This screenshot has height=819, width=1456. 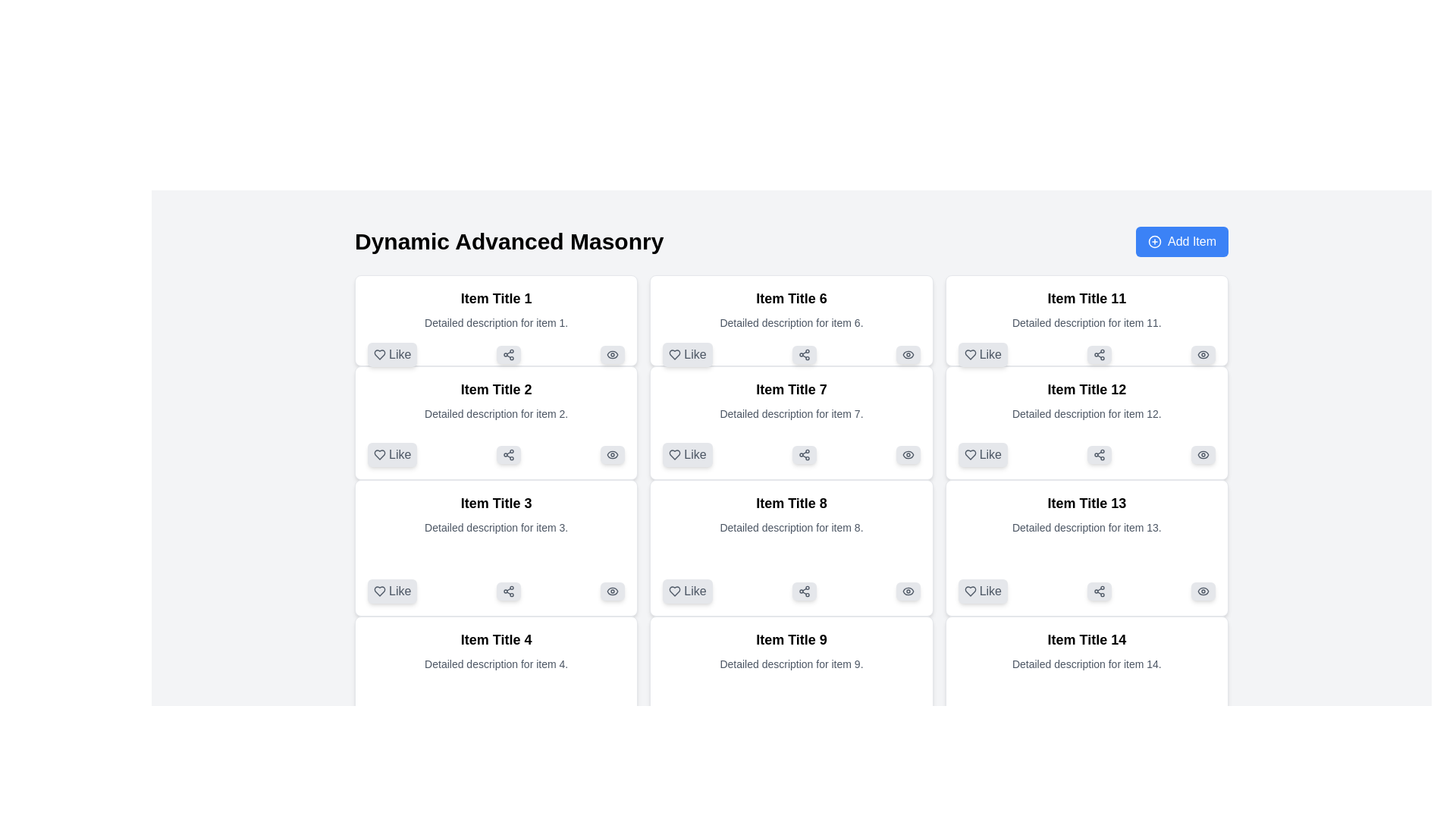 I want to click on the heart-shaped icon that is part of the 'Like' button, which is located under the content labeled 'Item Title 3', so click(x=379, y=590).